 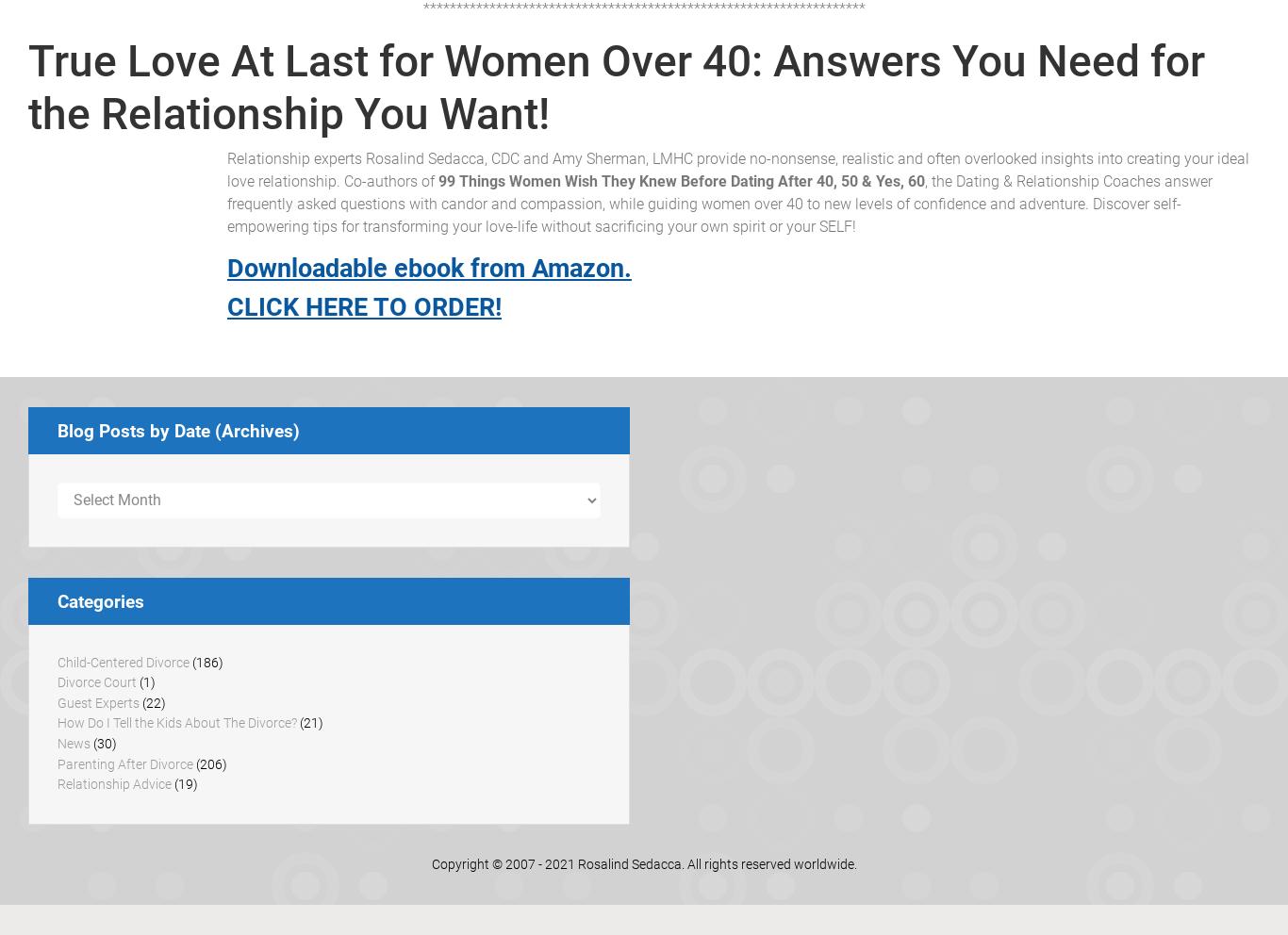 What do you see at coordinates (113, 783) in the screenshot?
I see `'Relationship Advice'` at bounding box center [113, 783].